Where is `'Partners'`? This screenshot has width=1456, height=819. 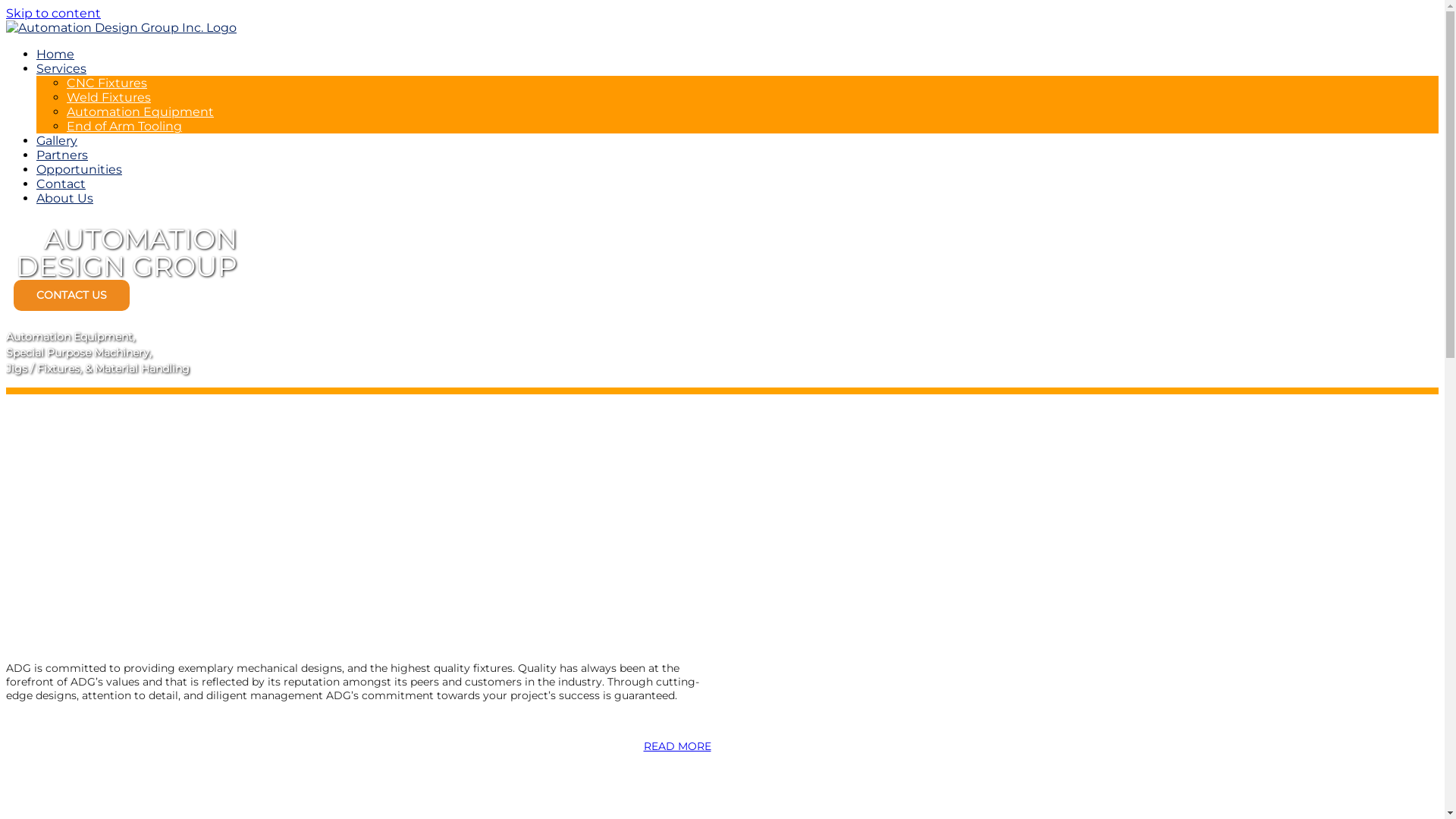
'Partners' is located at coordinates (61, 155).